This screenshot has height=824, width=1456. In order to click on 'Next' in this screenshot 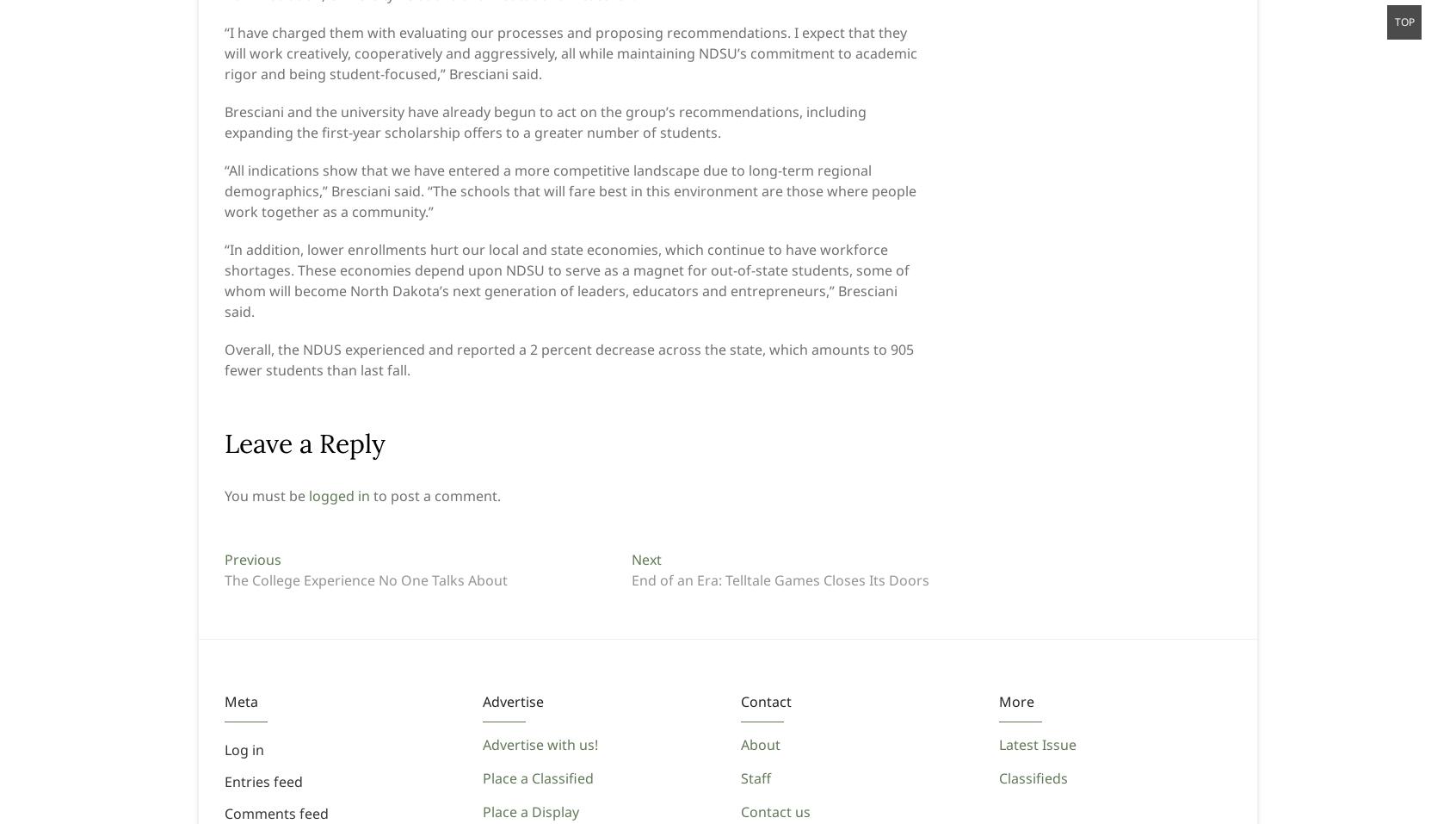, I will do `click(645, 558)`.